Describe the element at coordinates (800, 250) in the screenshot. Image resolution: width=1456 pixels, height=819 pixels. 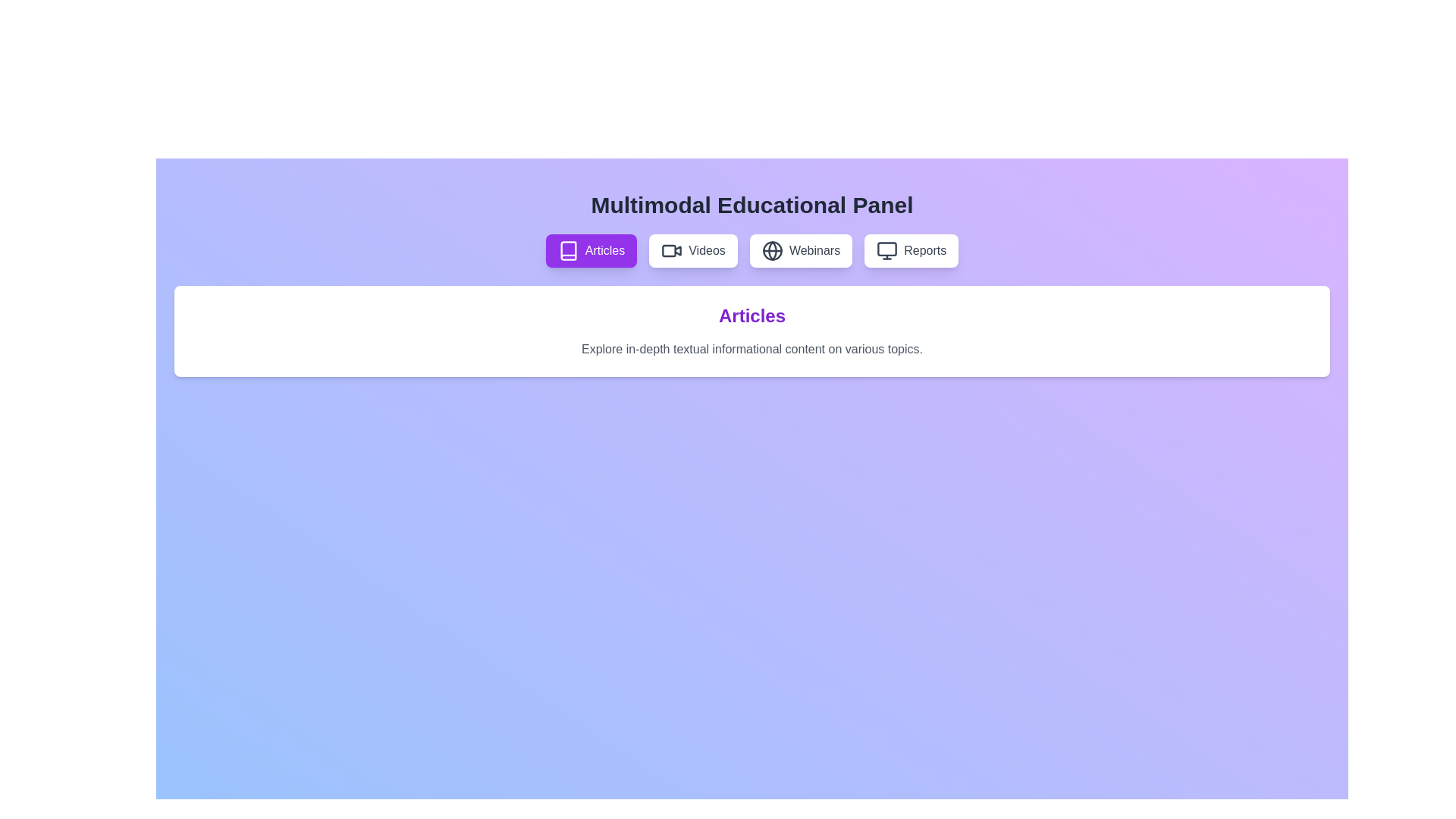
I see `the 'Webinars' button, which is the third button in a row of four, featuring a globe icon and gray text on a white background` at that location.